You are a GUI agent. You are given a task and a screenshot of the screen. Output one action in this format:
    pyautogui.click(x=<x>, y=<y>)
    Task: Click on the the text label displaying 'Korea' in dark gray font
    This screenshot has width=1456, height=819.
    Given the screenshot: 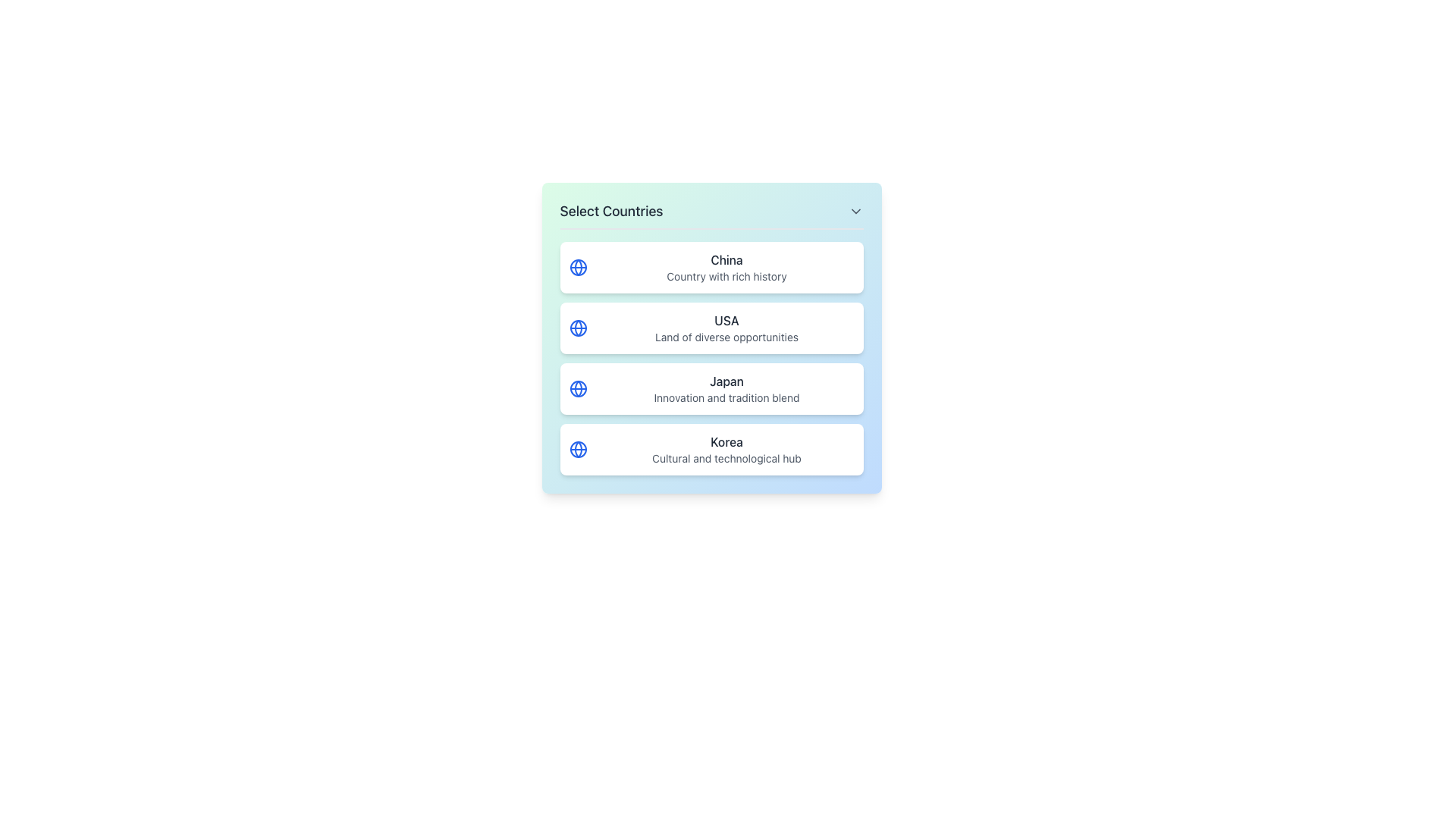 What is the action you would take?
    pyautogui.click(x=726, y=441)
    